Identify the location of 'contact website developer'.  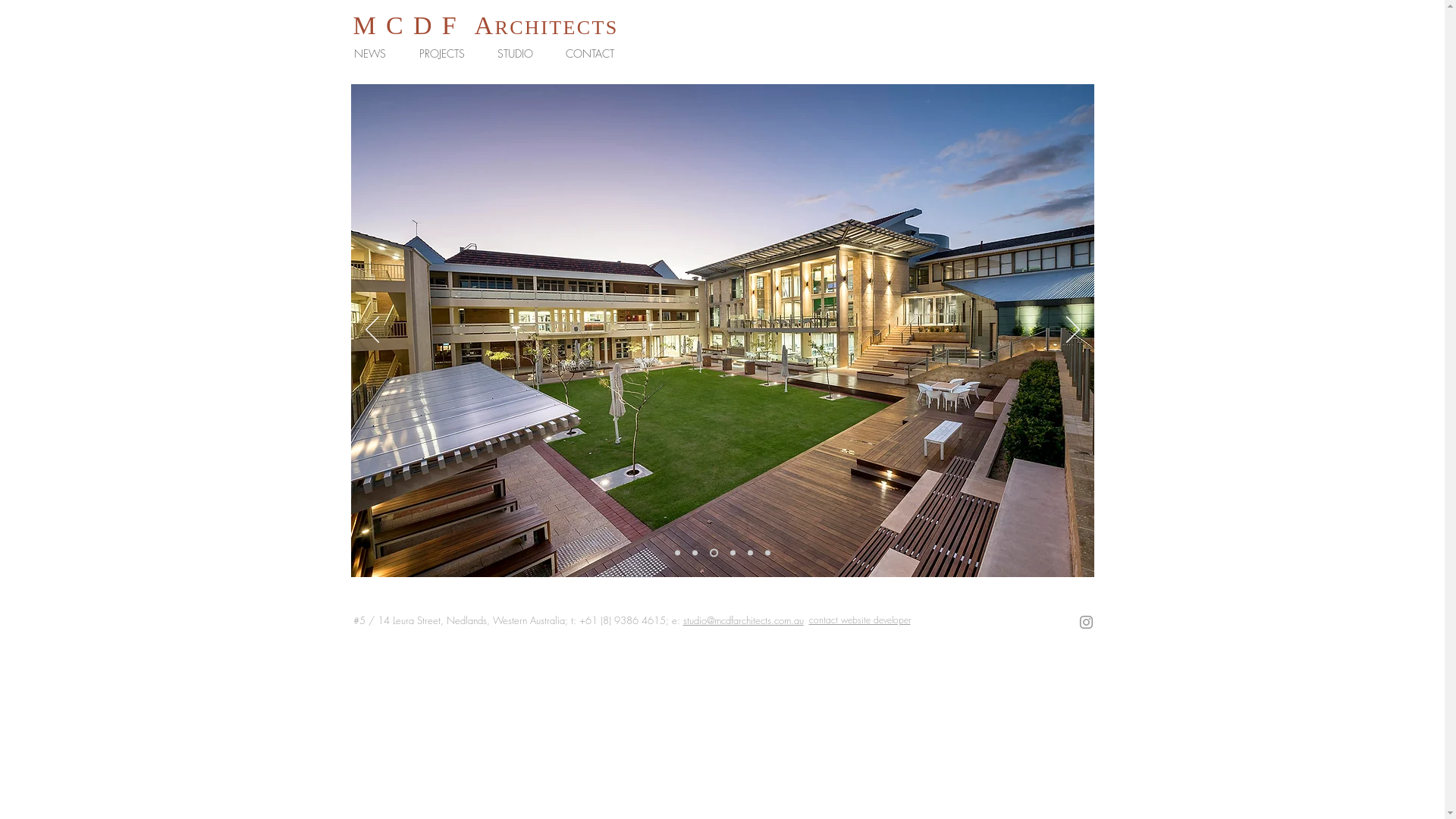
(858, 620).